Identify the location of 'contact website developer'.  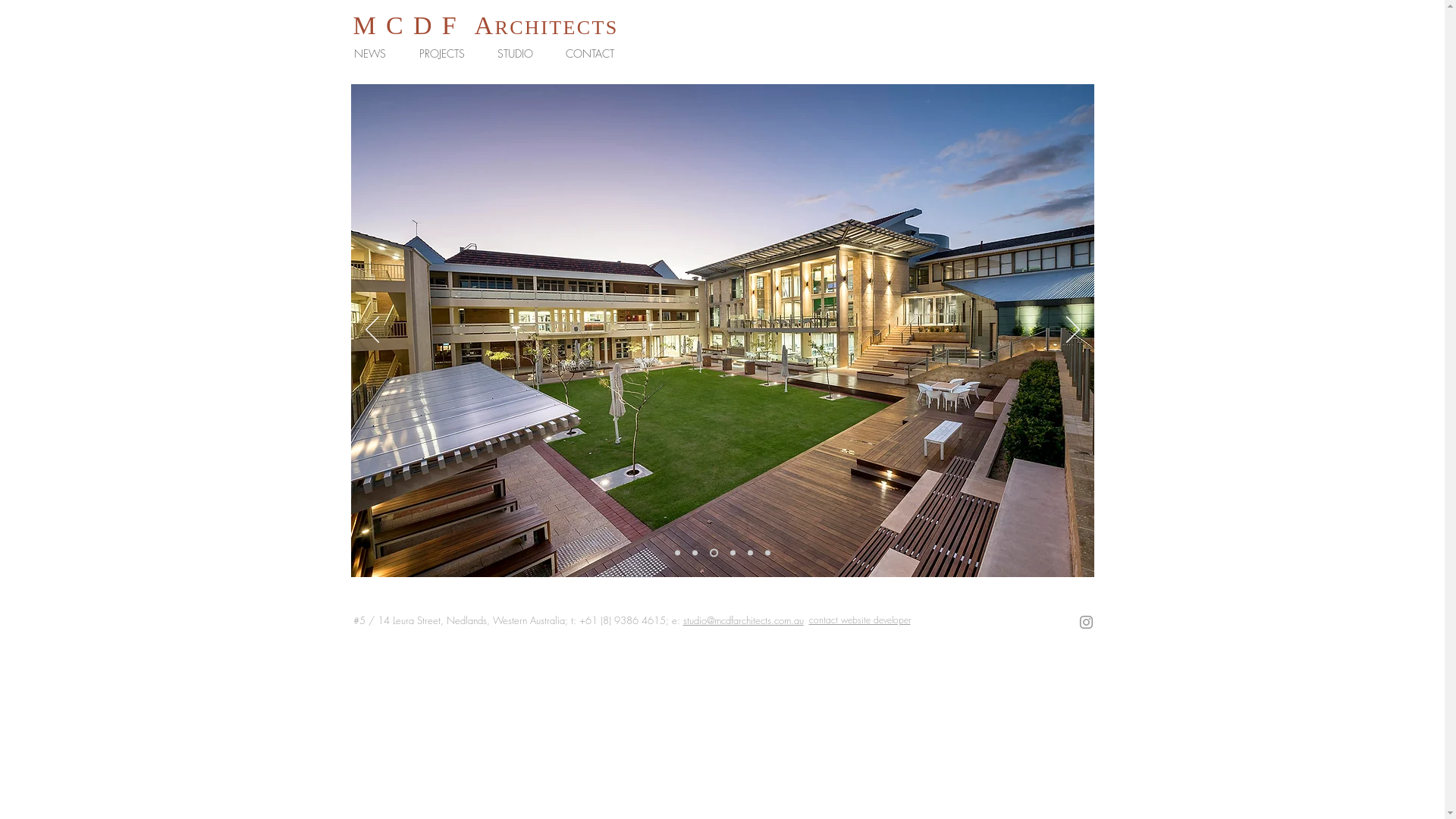
(858, 620).